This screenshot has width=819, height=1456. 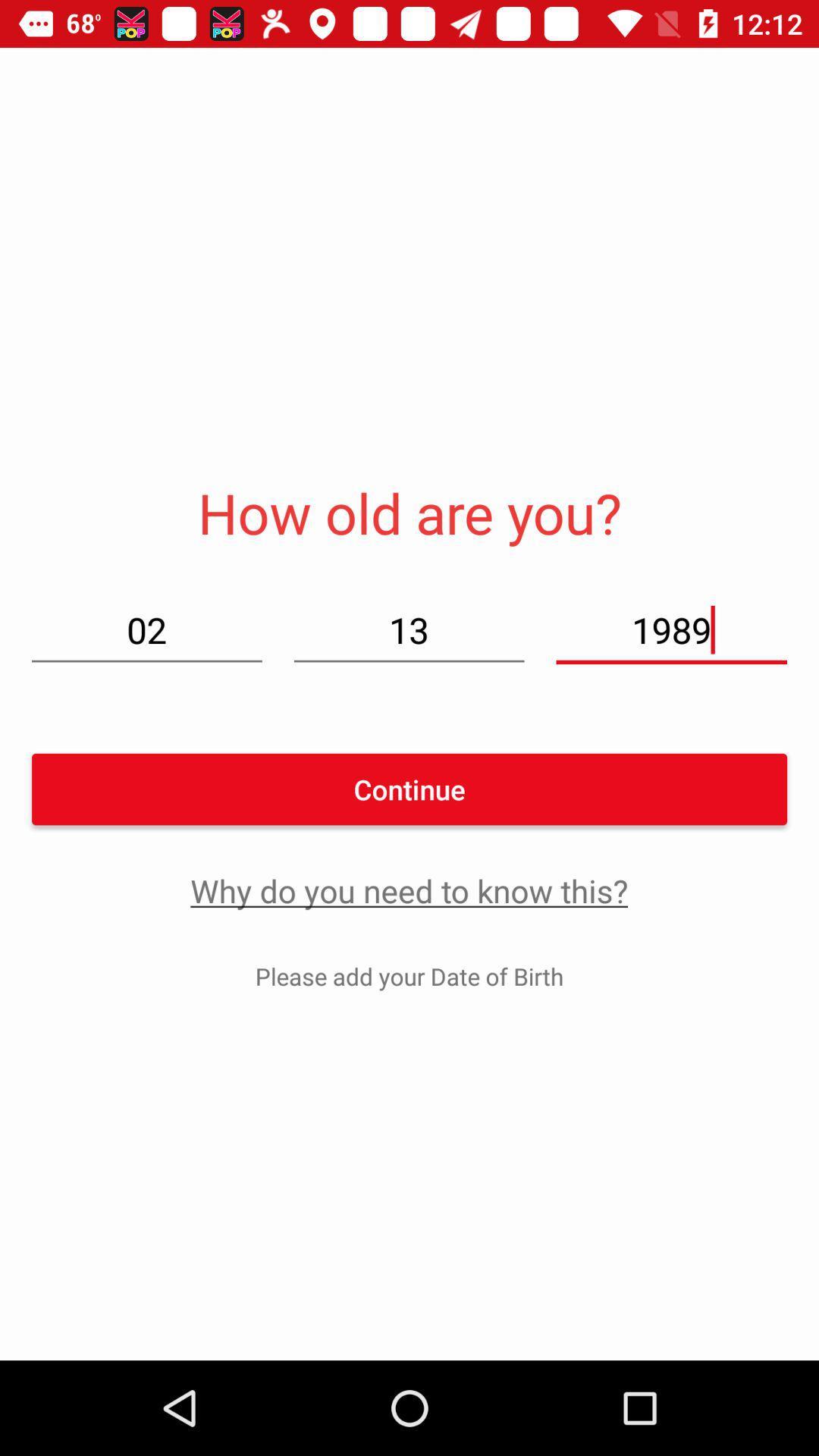 I want to click on 02 icon, so click(x=146, y=629).